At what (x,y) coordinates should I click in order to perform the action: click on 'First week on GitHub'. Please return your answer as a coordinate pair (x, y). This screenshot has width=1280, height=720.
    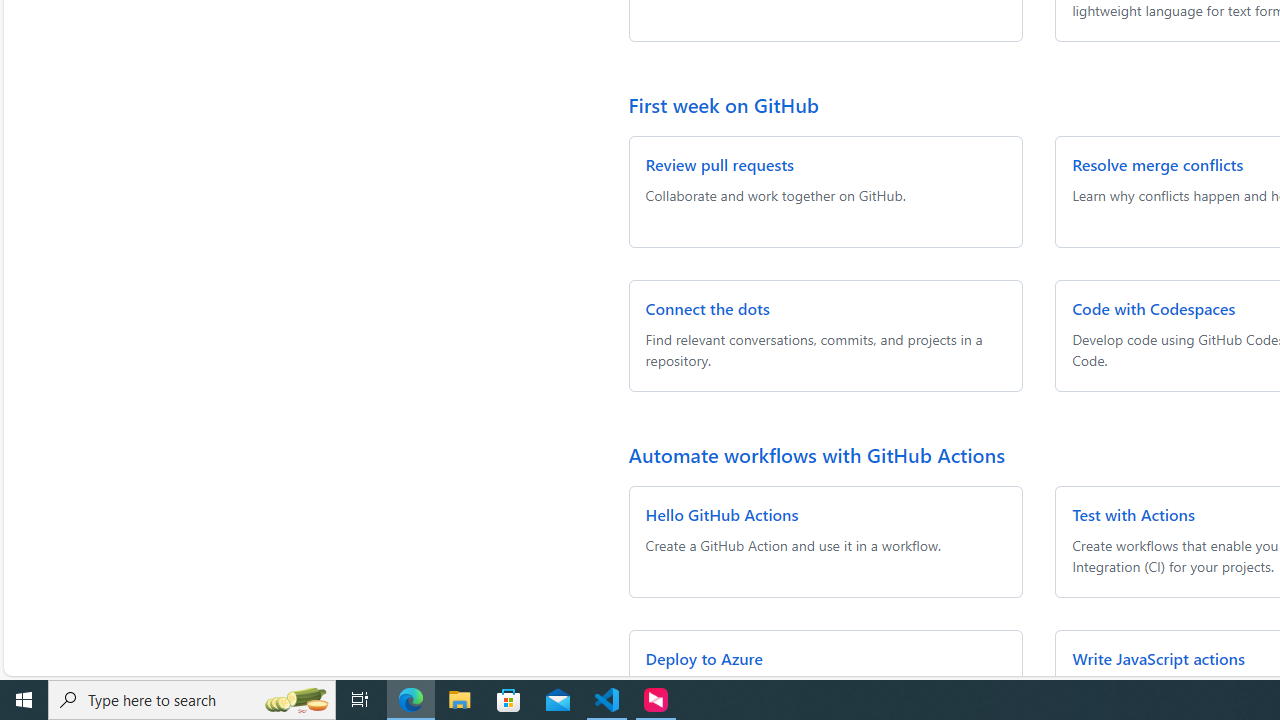
    Looking at the image, I should click on (722, 104).